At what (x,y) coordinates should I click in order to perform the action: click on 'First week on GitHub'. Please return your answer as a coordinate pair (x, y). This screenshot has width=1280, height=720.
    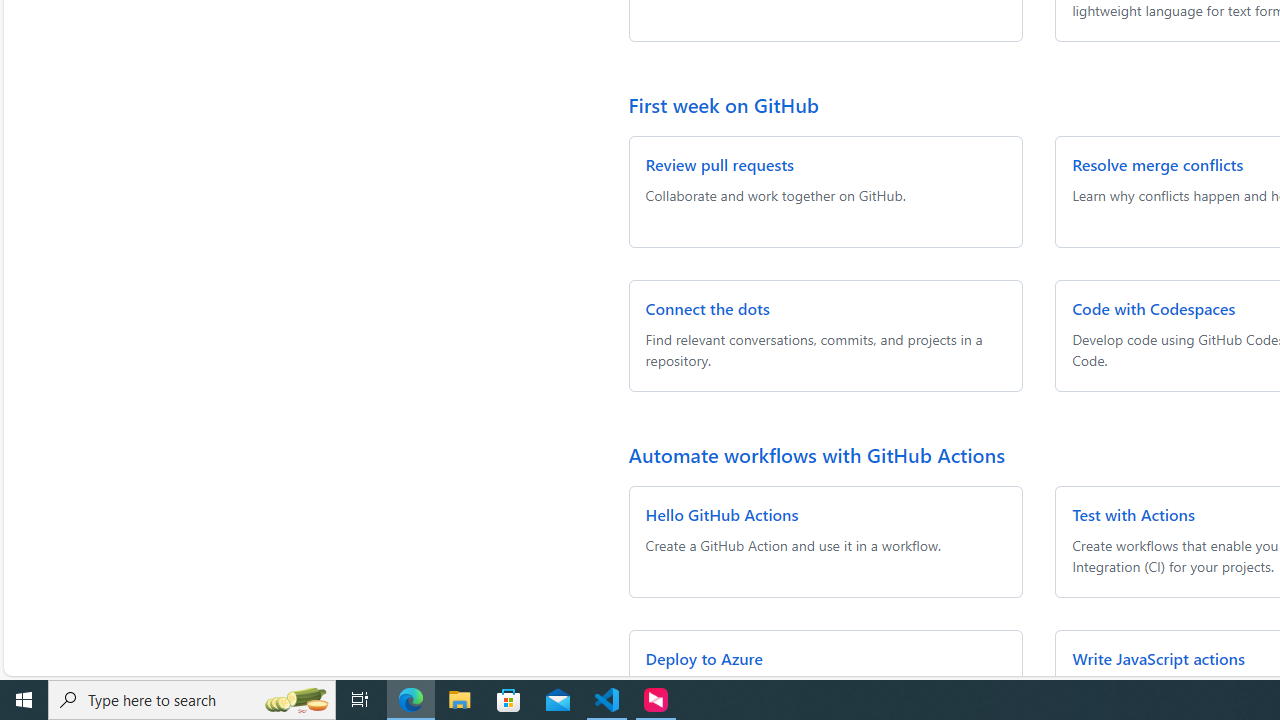
    Looking at the image, I should click on (722, 104).